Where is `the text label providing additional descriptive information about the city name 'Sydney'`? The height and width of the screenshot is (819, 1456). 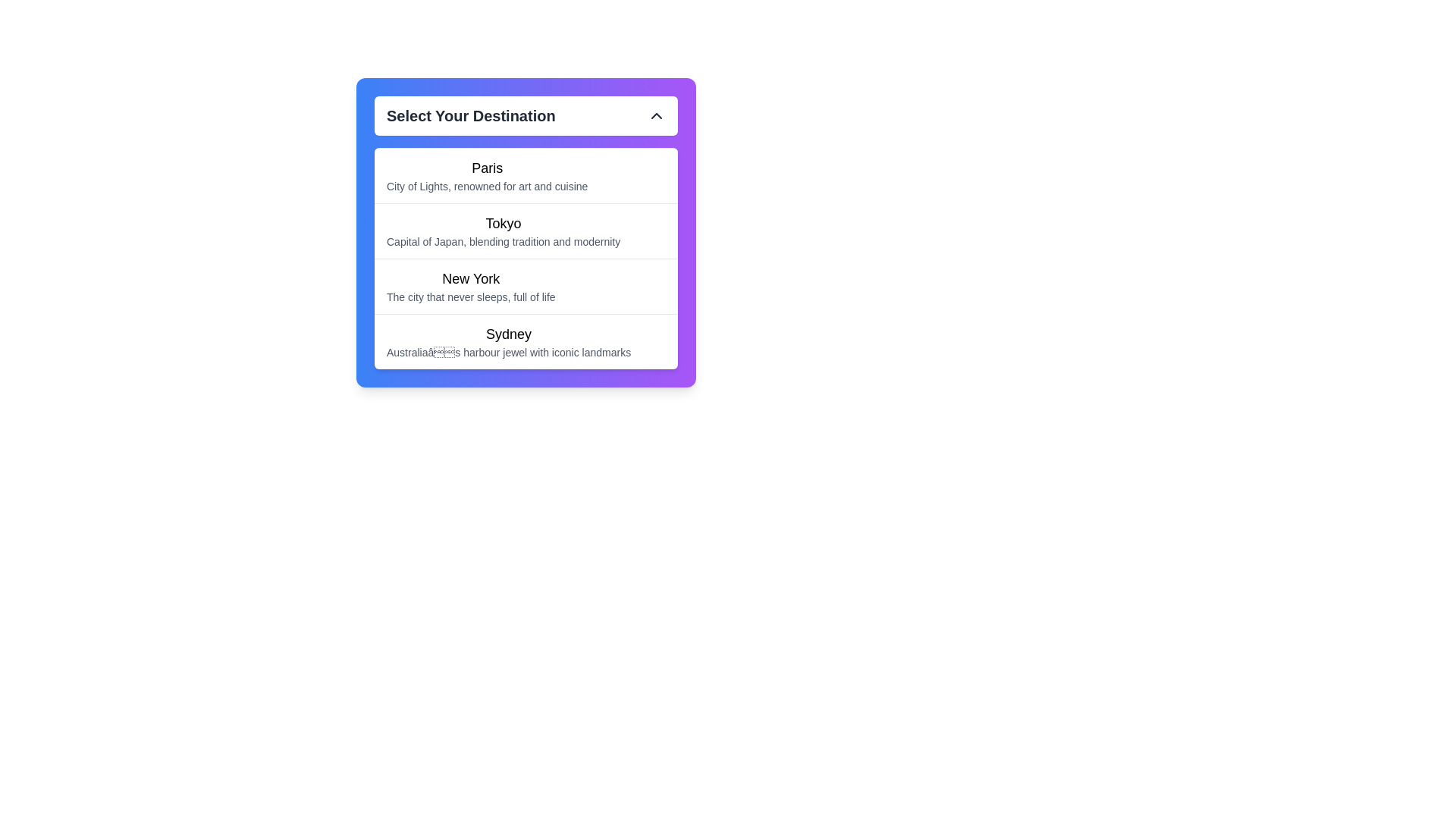
the text label providing additional descriptive information about the city name 'Sydney' is located at coordinates (509, 353).